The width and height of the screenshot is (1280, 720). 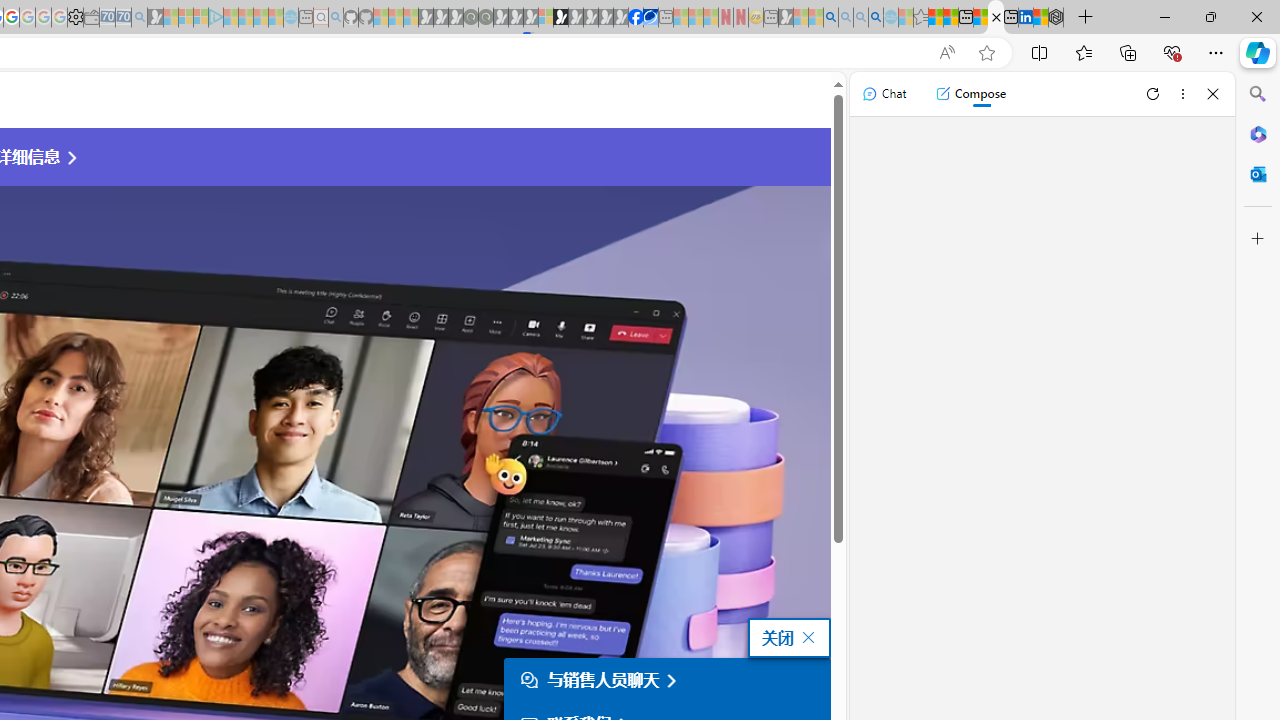 What do you see at coordinates (1257, 238) in the screenshot?
I see `'Close Customize pane'` at bounding box center [1257, 238].